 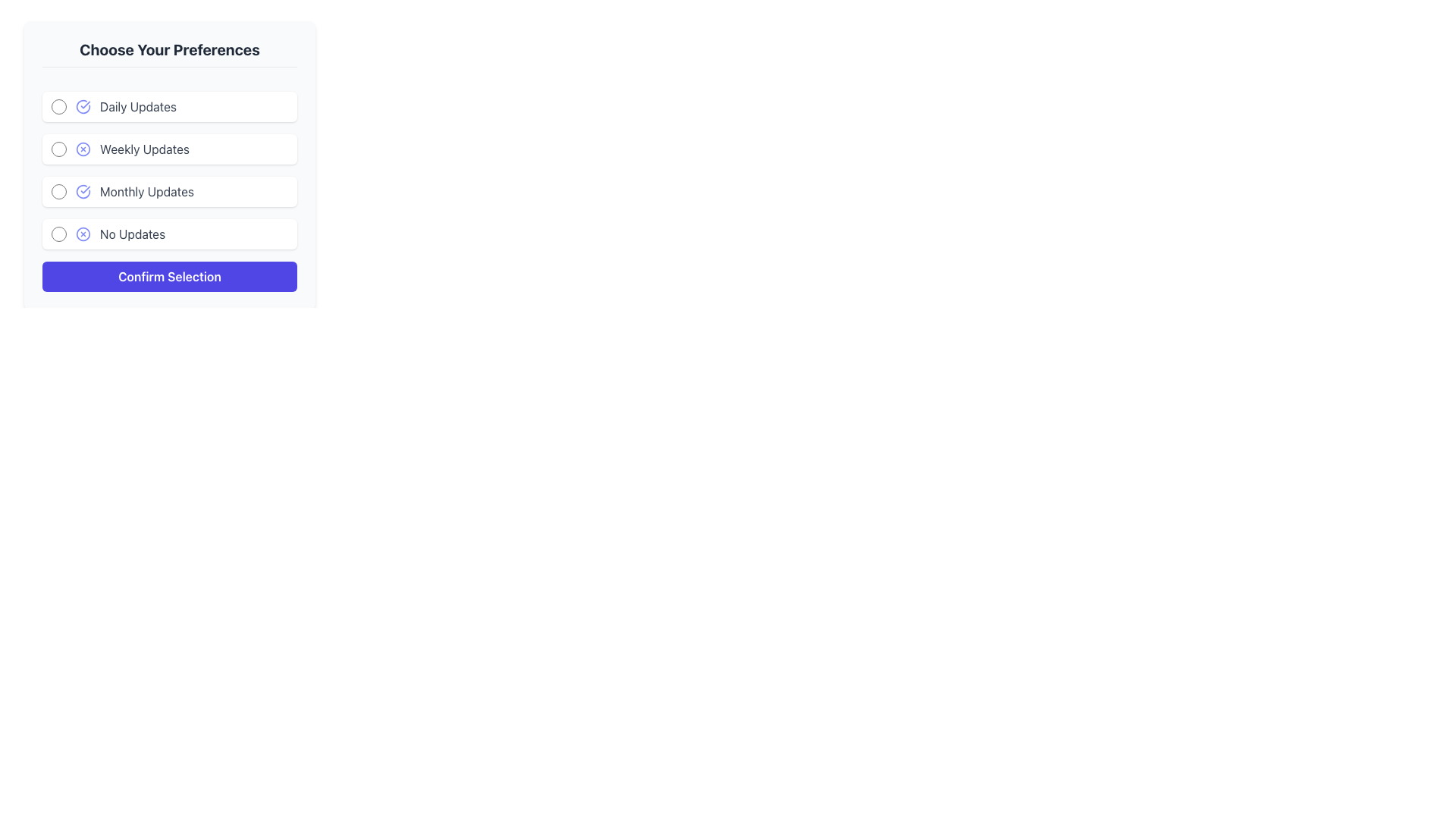 I want to click on the Decorative SVG Icon indicating that the 'Daily Updates' option is selected or completed, which is positioned to the right of the radio button and slightly left of the text label, so click(x=83, y=106).